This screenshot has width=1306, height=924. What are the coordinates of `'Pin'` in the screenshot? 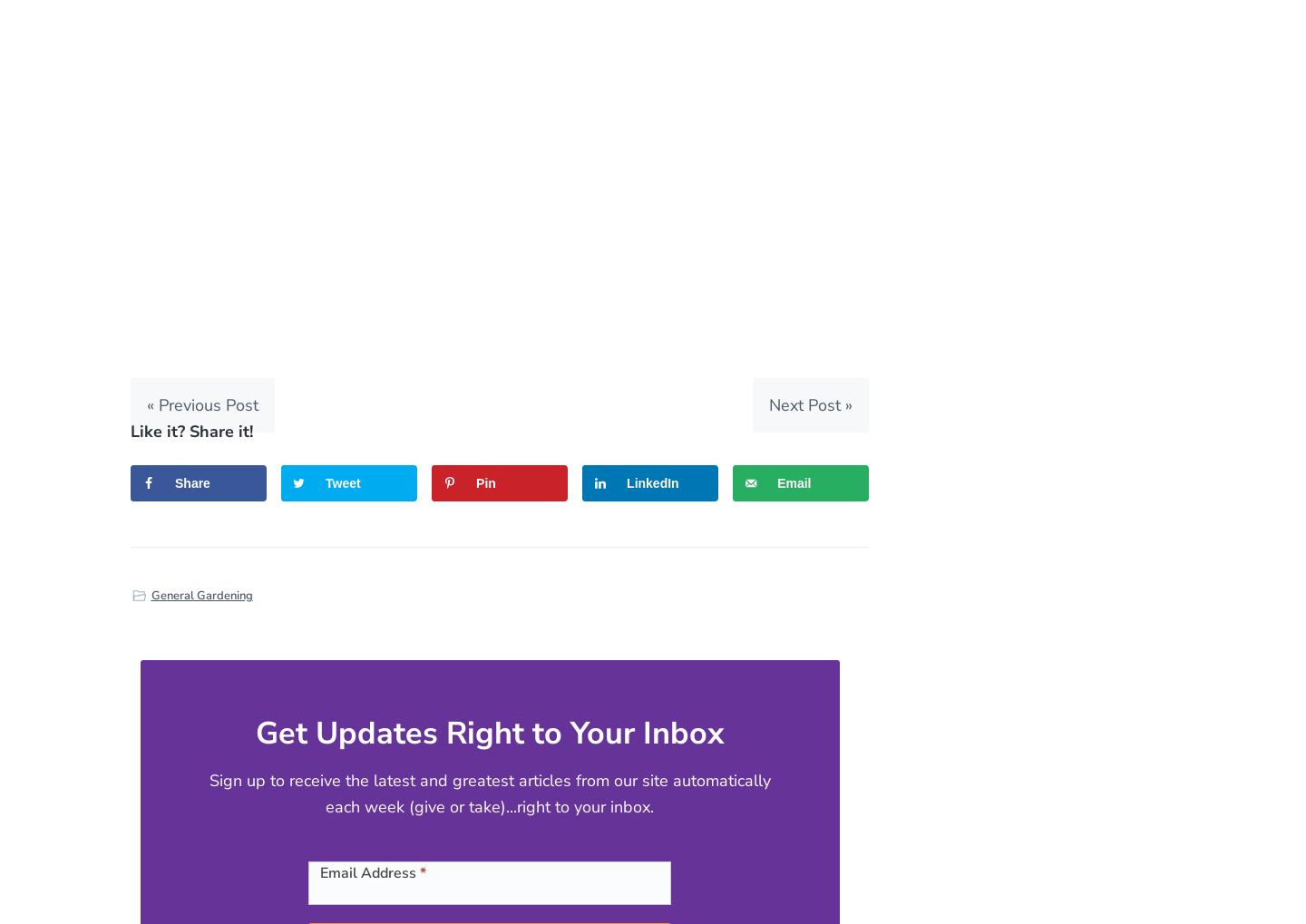 It's located at (475, 483).